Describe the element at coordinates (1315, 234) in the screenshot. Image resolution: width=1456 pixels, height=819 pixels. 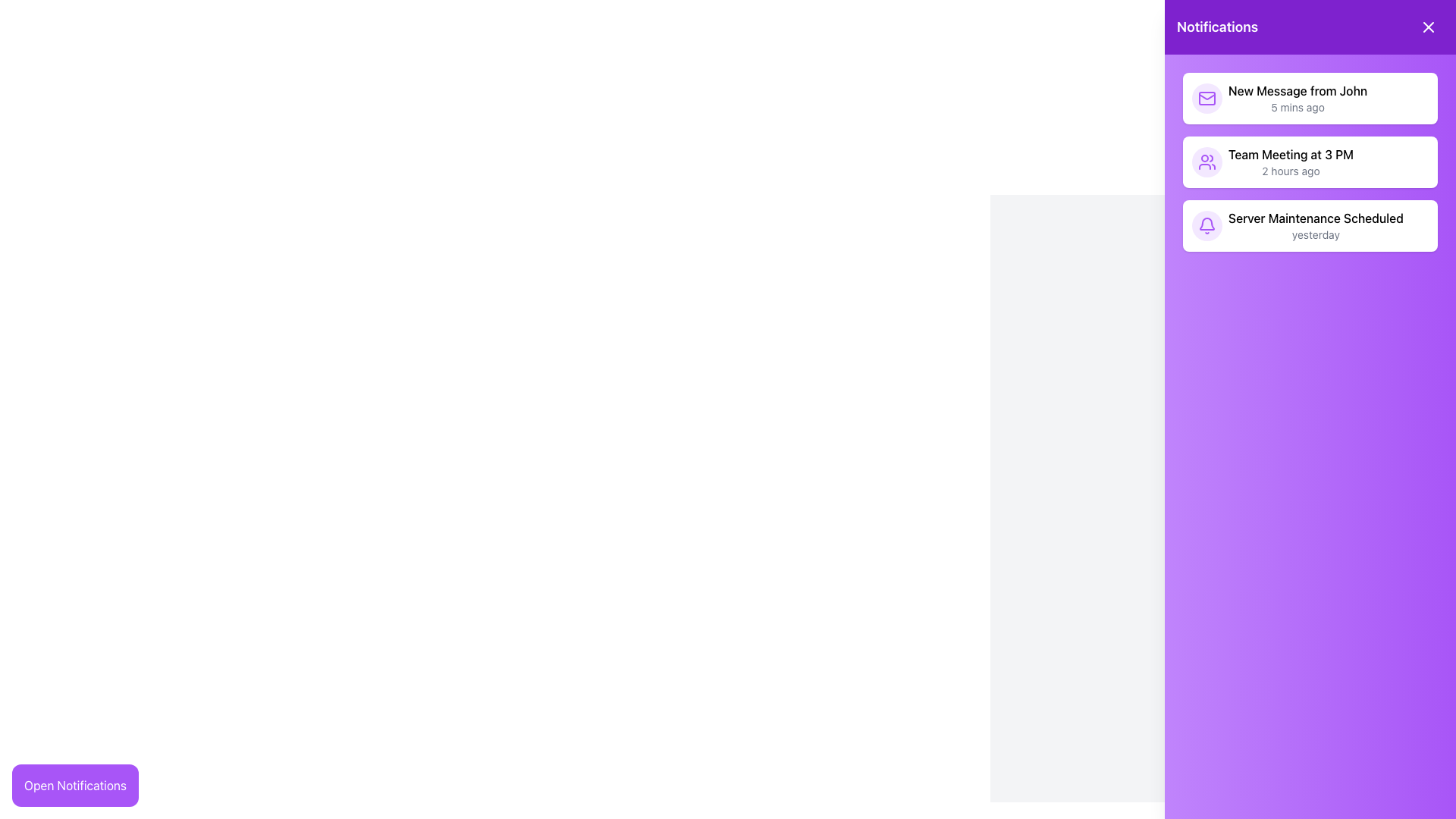
I see `the small text label reading 'yesterday' that is styled in light gray color and located at the bottom of the notification item titled 'Server Maintenance Scheduled'` at that location.